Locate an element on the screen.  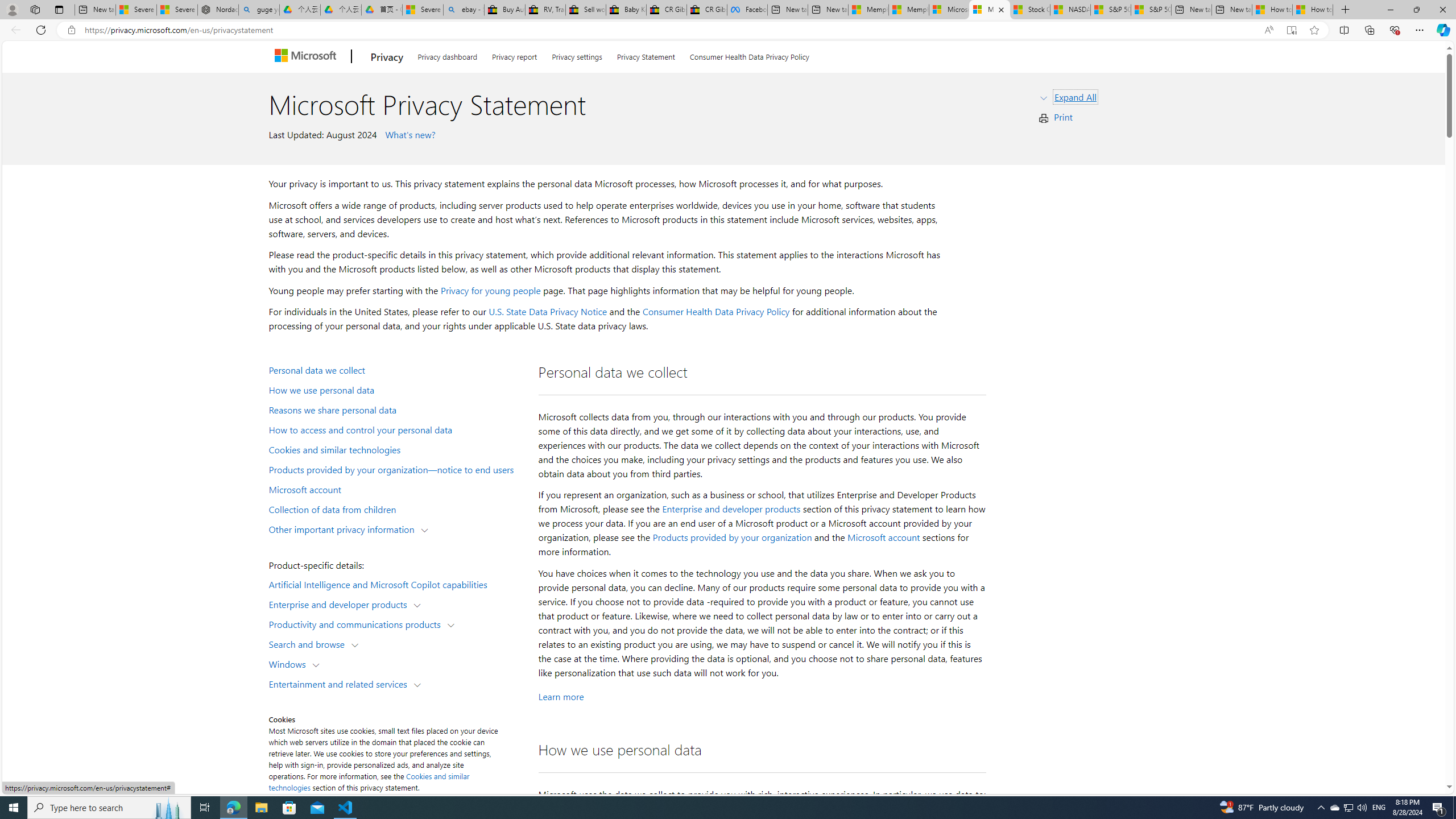
'Microsoft account' is located at coordinates (883, 537).